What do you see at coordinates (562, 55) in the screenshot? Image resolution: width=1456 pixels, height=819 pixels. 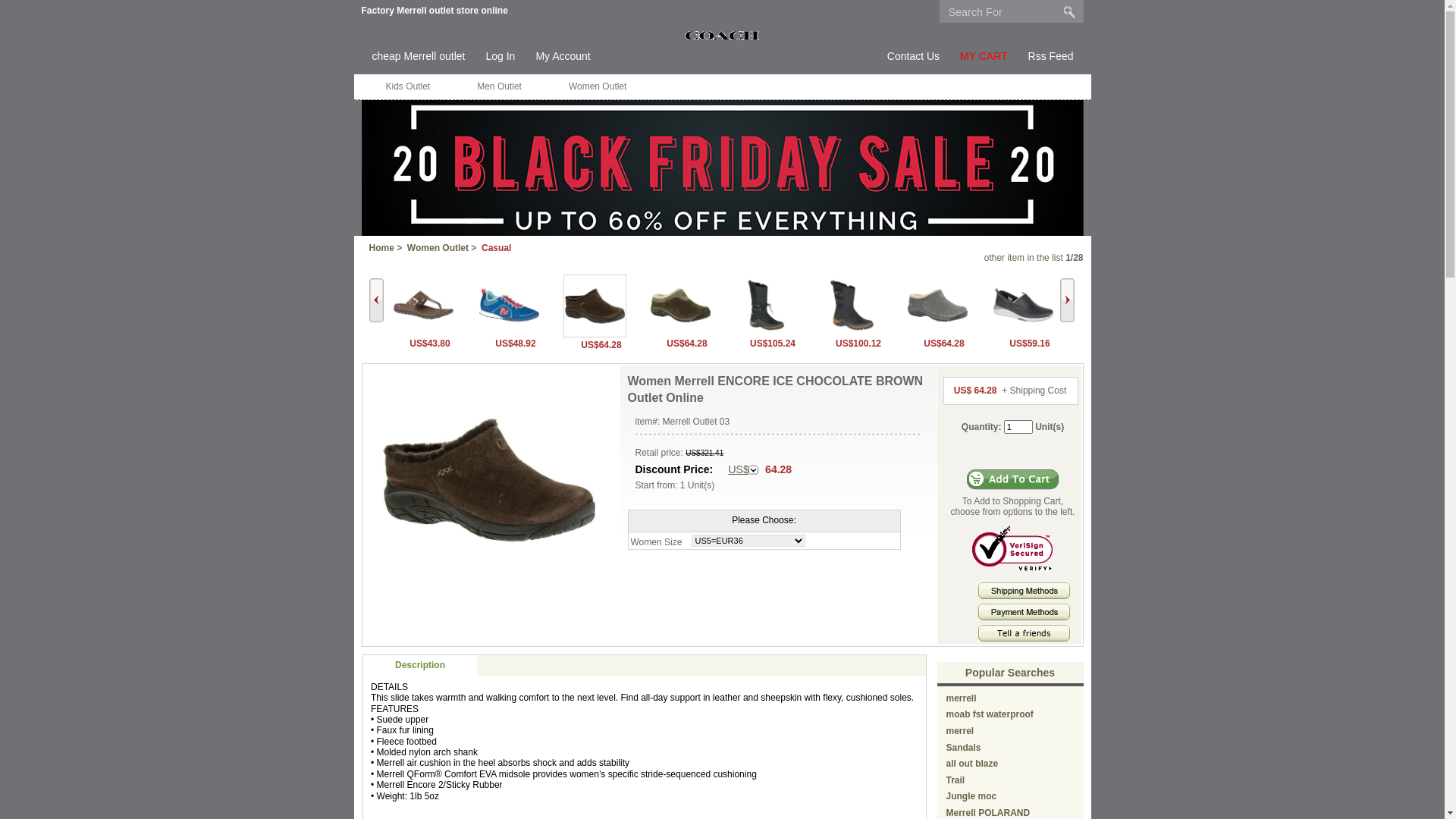 I see `'My Account'` at bounding box center [562, 55].